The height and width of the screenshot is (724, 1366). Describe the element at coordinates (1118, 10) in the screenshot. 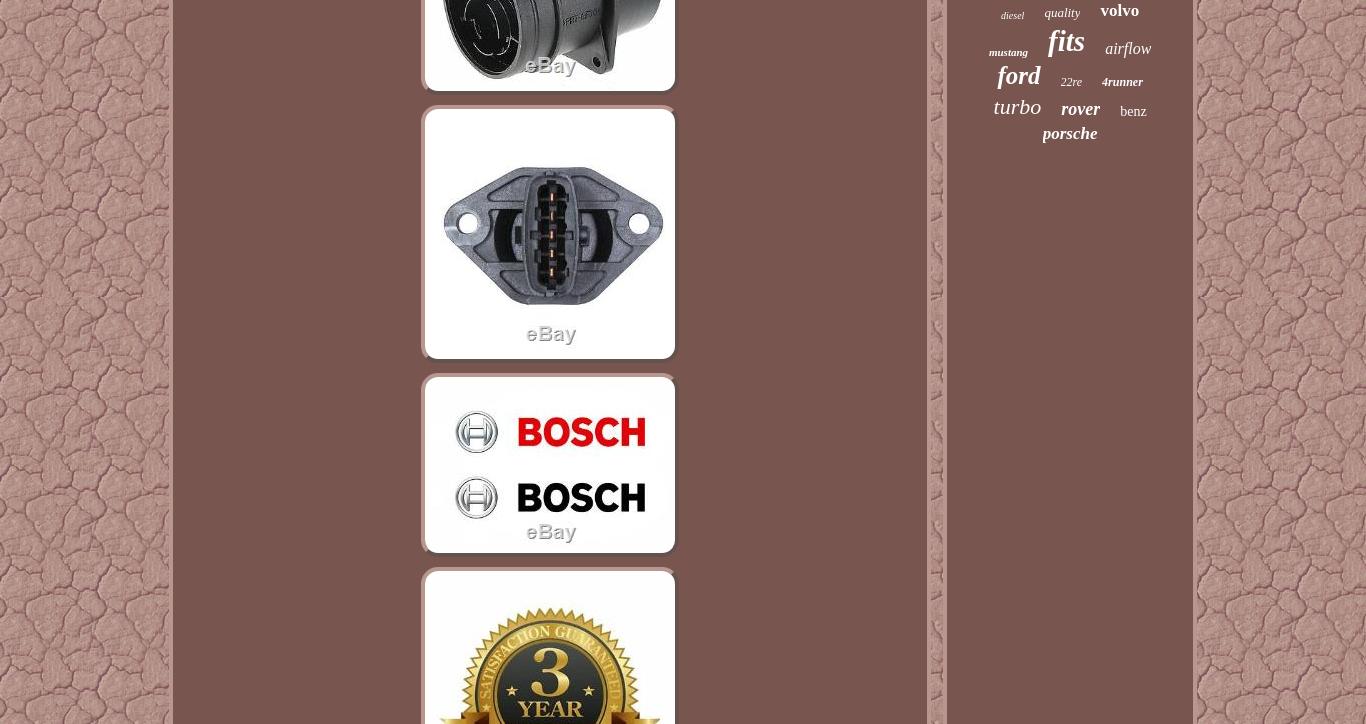

I see `'volvo'` at that location.